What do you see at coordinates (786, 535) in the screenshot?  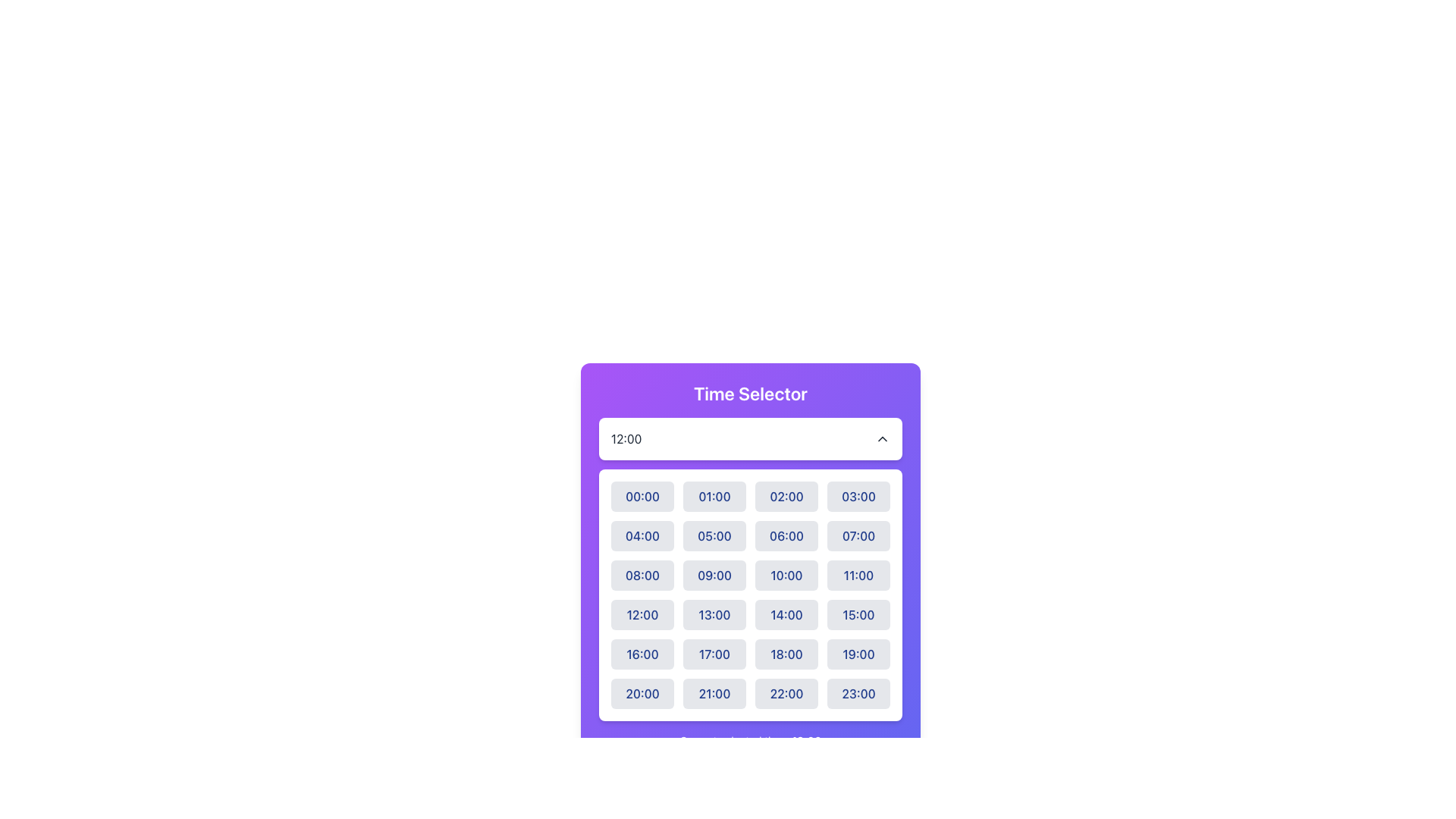 I see `the rectangular button labeled '06:00' with a light gray background and dark blue bold font` at bounding box center [786, 535].